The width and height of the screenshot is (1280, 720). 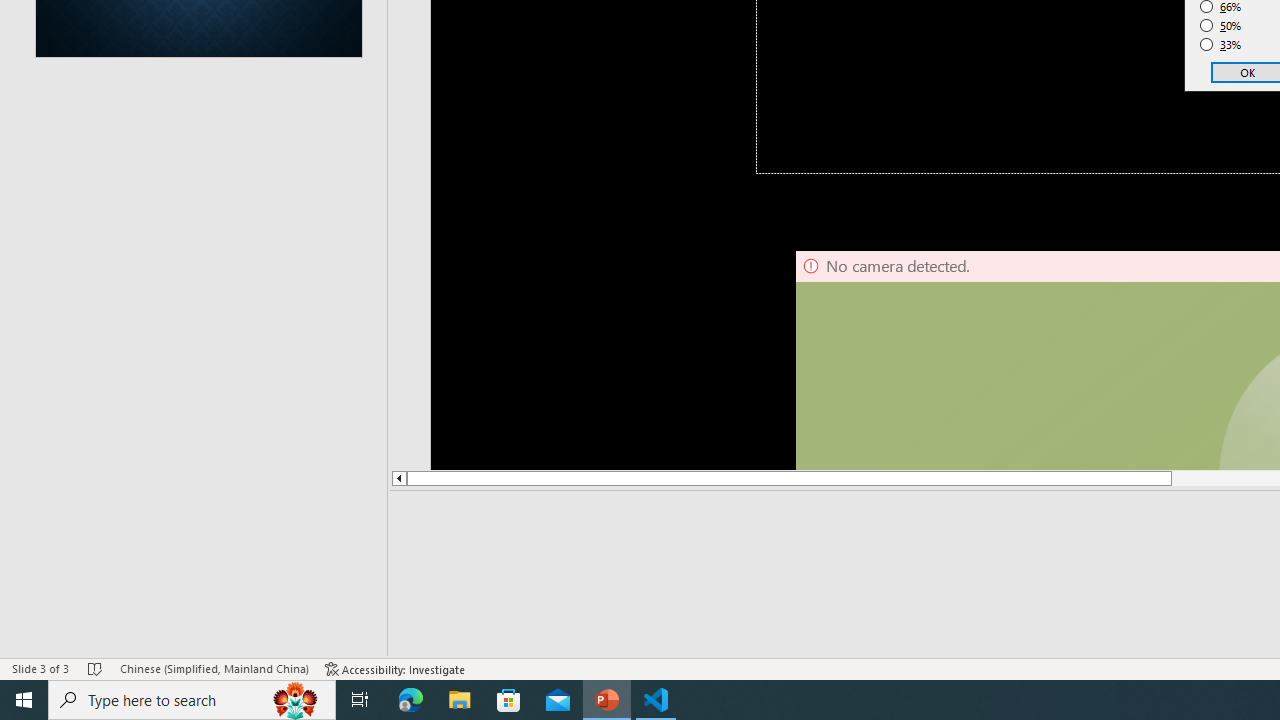 I want to click on '33%', so click(x=1220, y=45).